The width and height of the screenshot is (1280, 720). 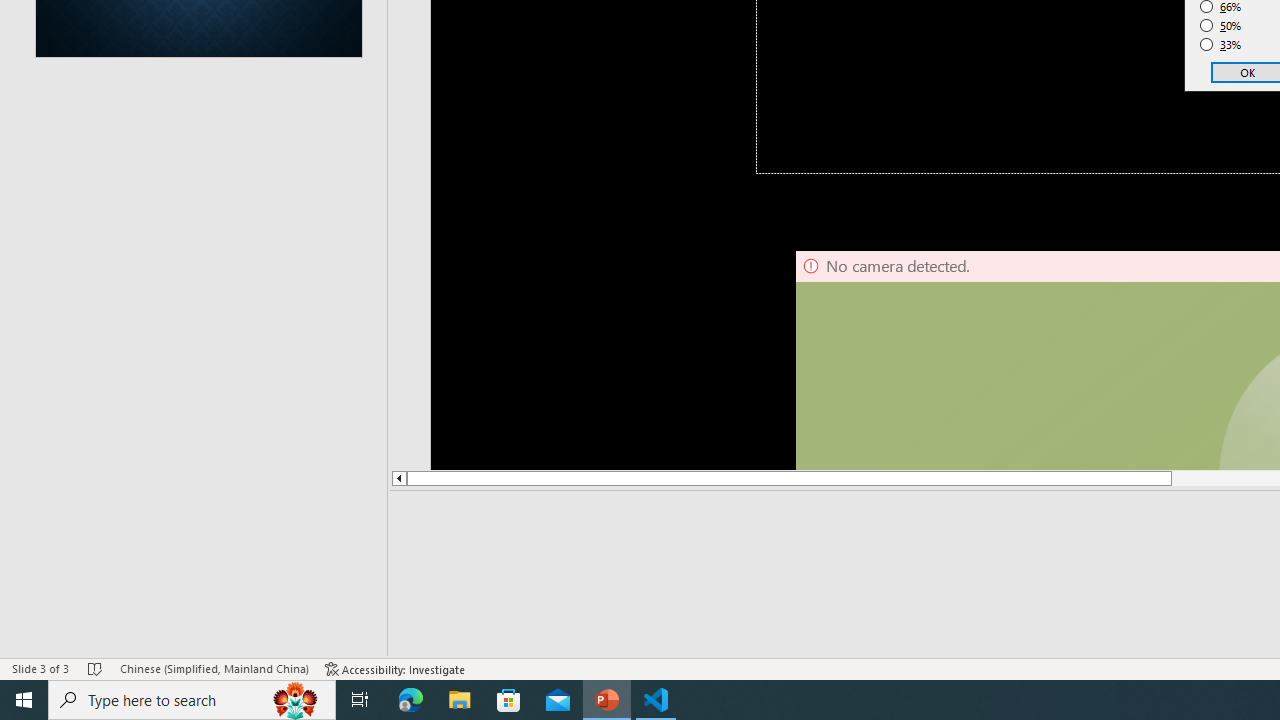 I want to click on '33%', so click(x=1220, y=45).